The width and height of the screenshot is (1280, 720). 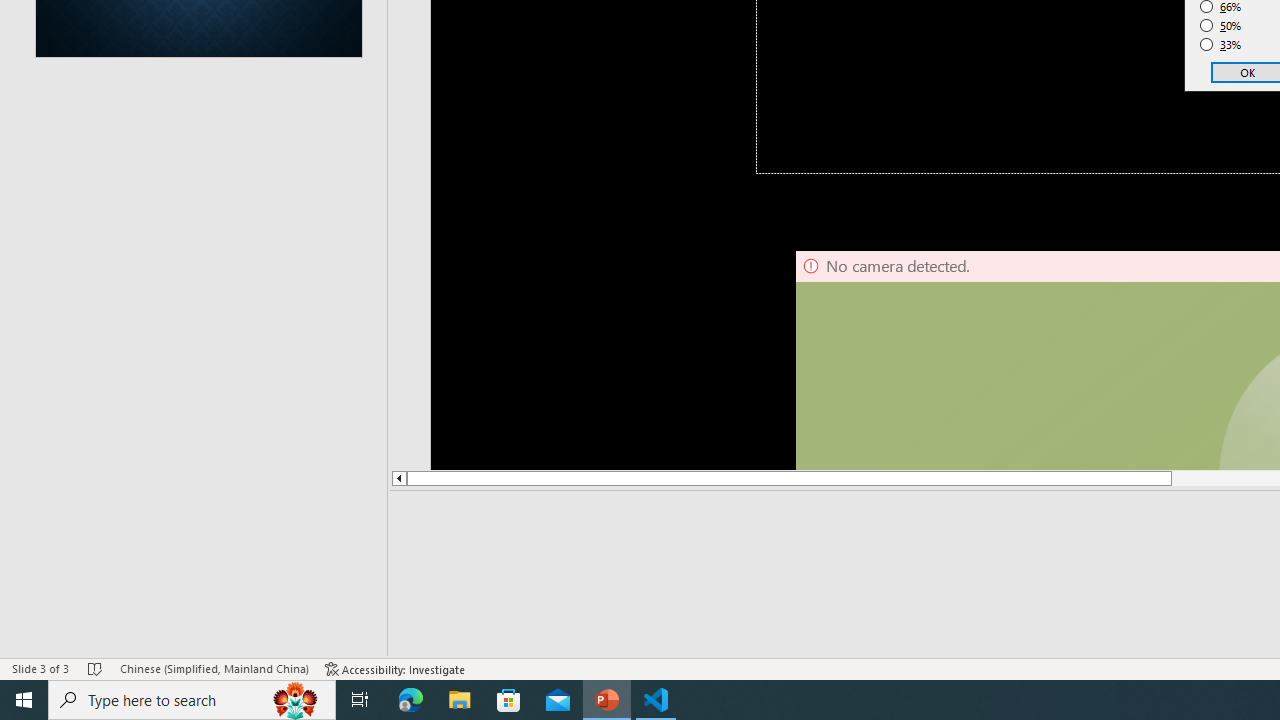 I want to click on '33%', so click(x=1220, y=45).